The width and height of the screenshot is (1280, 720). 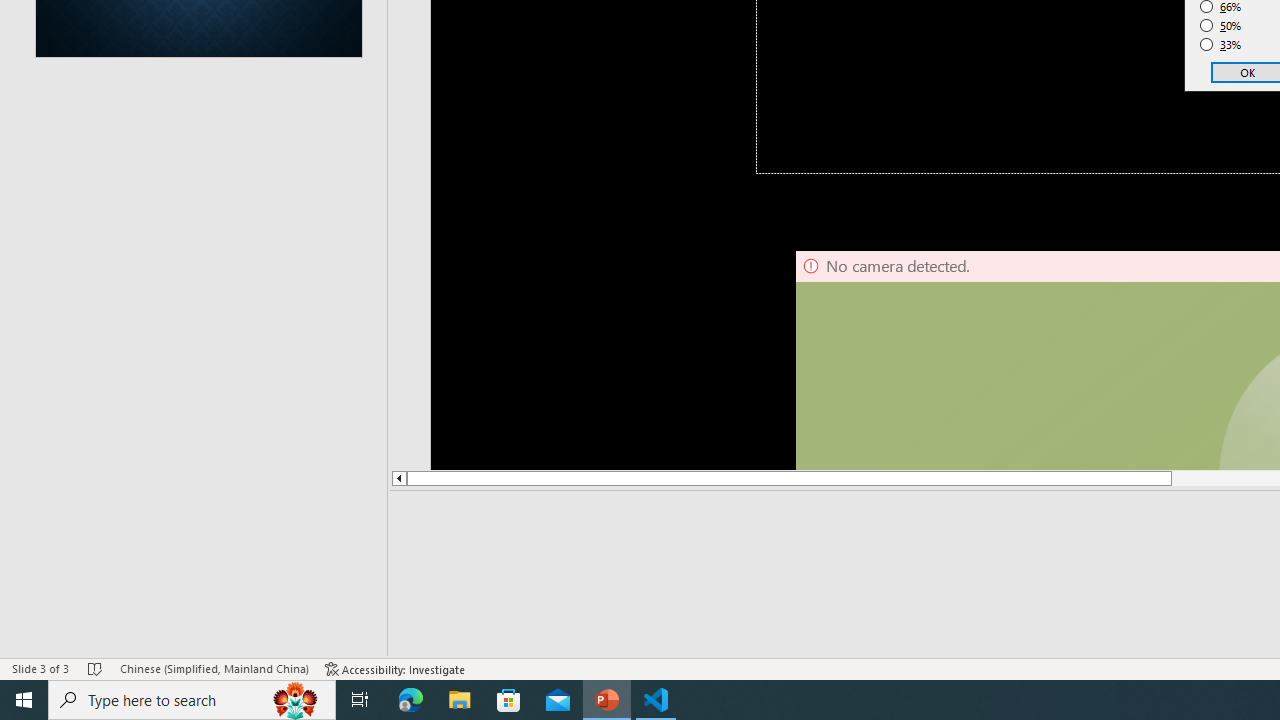 I want to click on '33%', so click(x=1220, y=45).